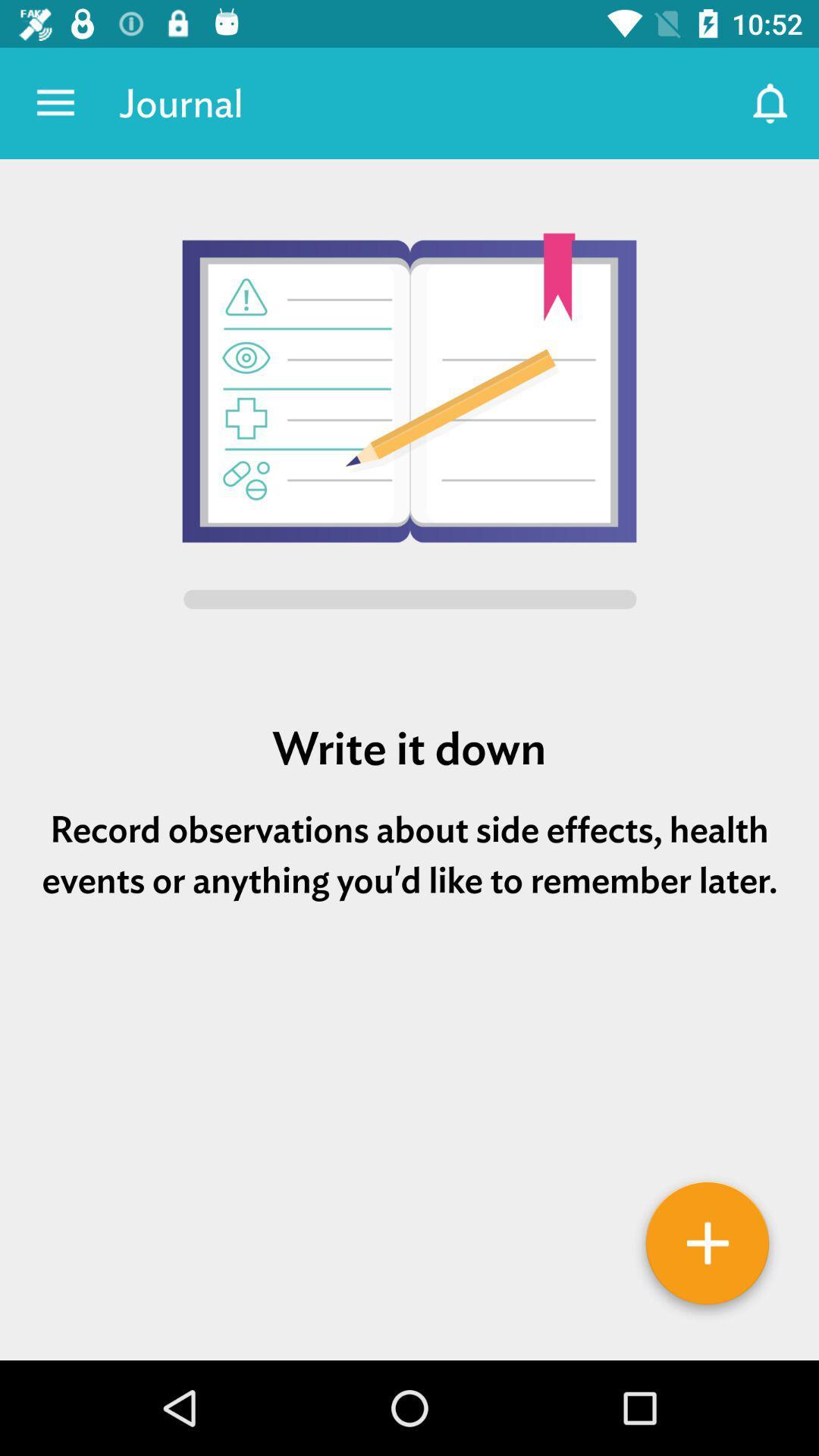 Image resolution: width=819 pixels, height=1456 pixels. I want to click on the icon at the top right corner, so click(771, 102).